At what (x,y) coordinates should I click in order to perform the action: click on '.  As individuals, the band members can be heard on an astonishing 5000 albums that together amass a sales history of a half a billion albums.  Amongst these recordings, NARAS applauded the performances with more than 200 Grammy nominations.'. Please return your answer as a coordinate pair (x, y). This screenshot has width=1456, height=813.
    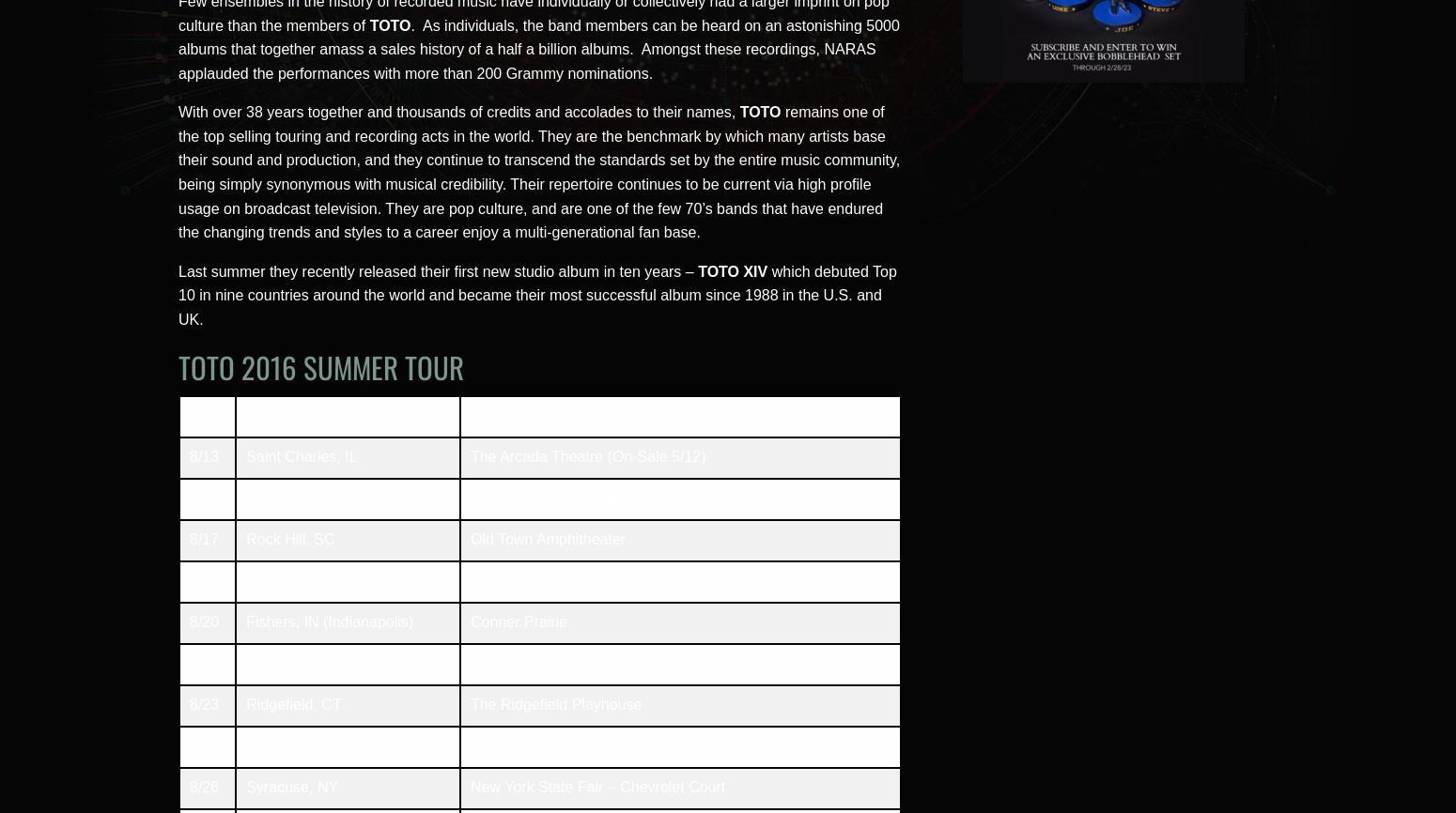
    Looking at the image, I should click on (178, 48).